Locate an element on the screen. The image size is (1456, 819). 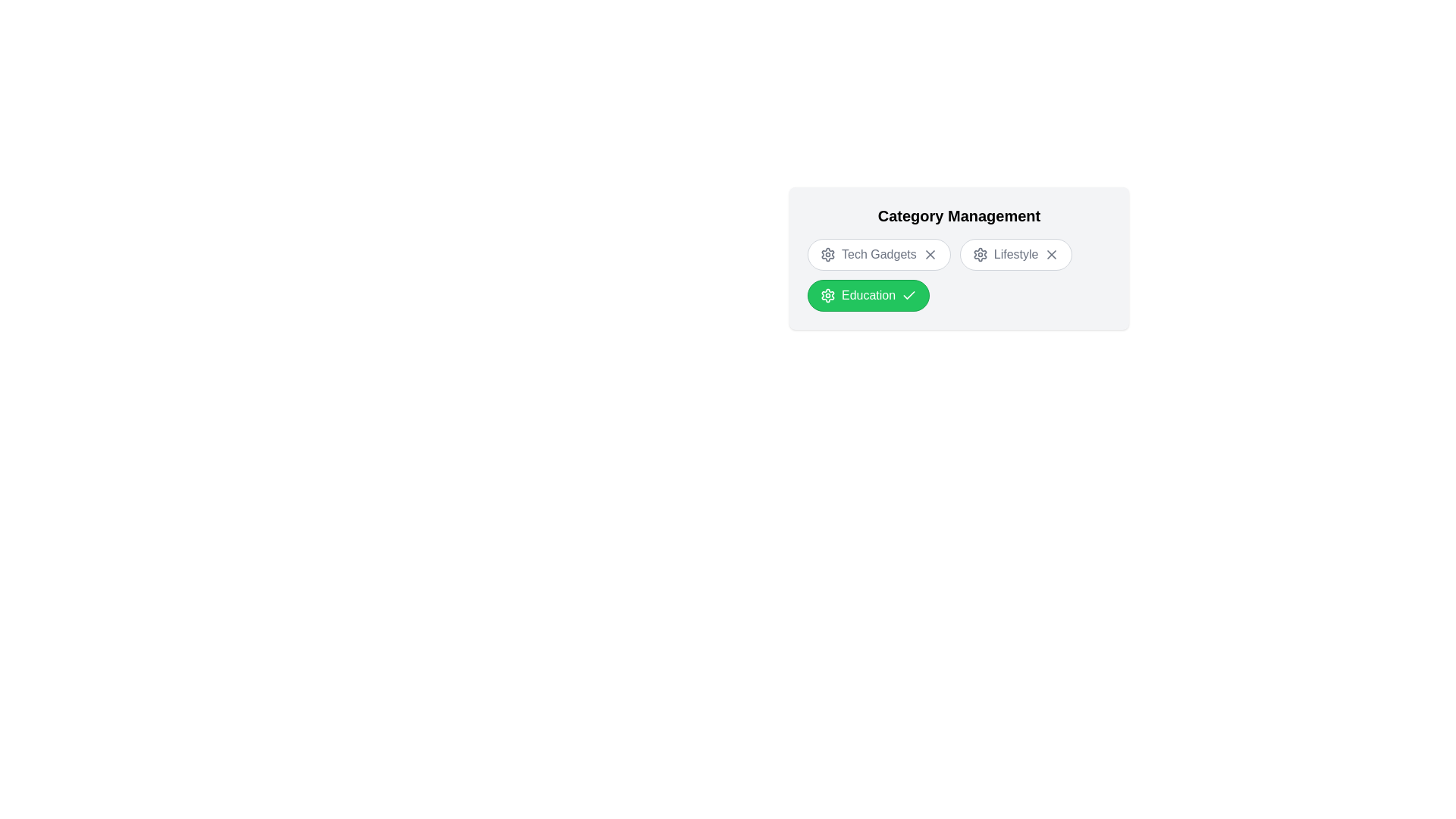
the 'Lifestyle' chip to toggle its state is located at coordinates (1015, 253).